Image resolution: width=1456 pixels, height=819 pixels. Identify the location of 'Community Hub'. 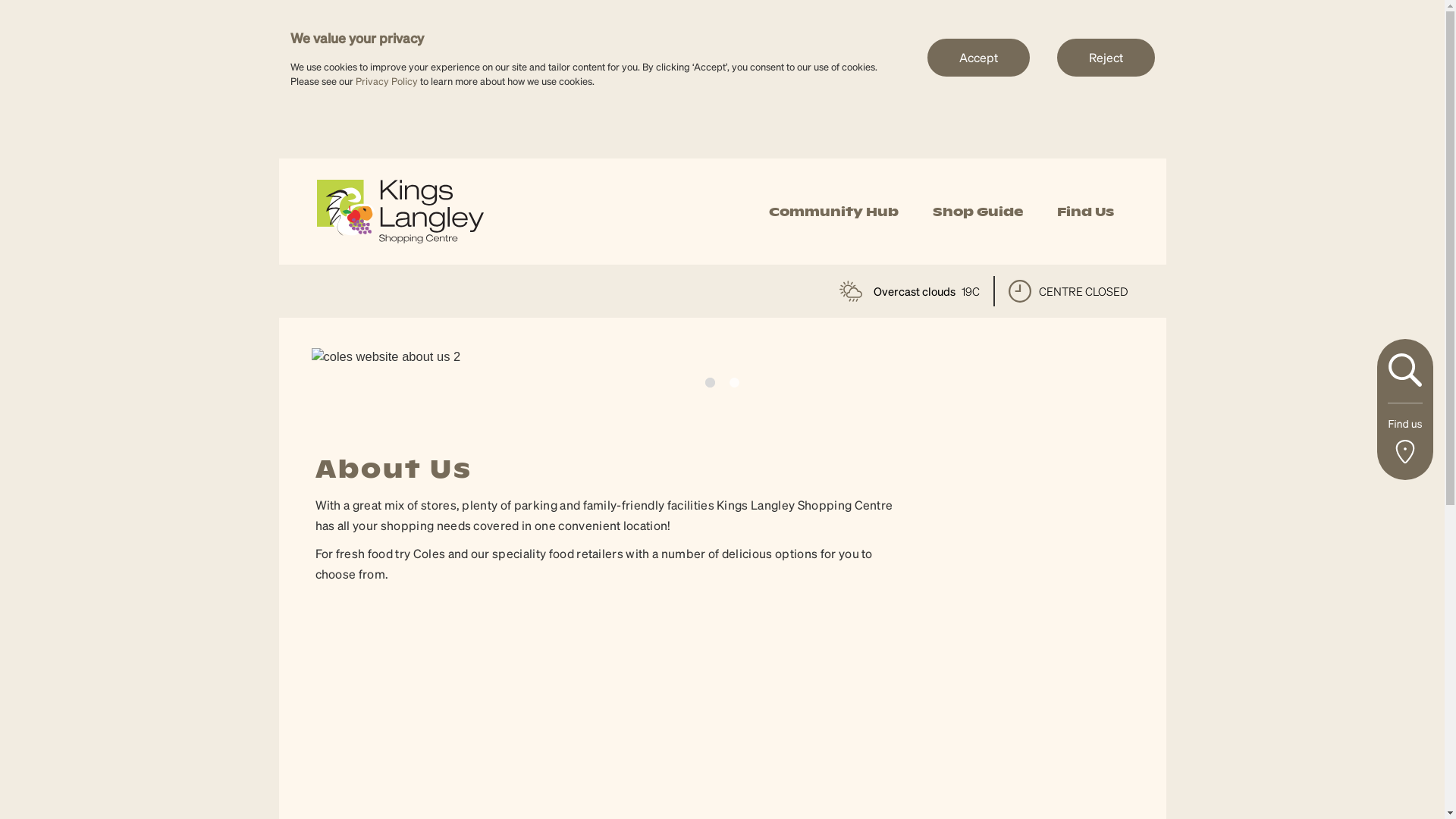
(833, 212).